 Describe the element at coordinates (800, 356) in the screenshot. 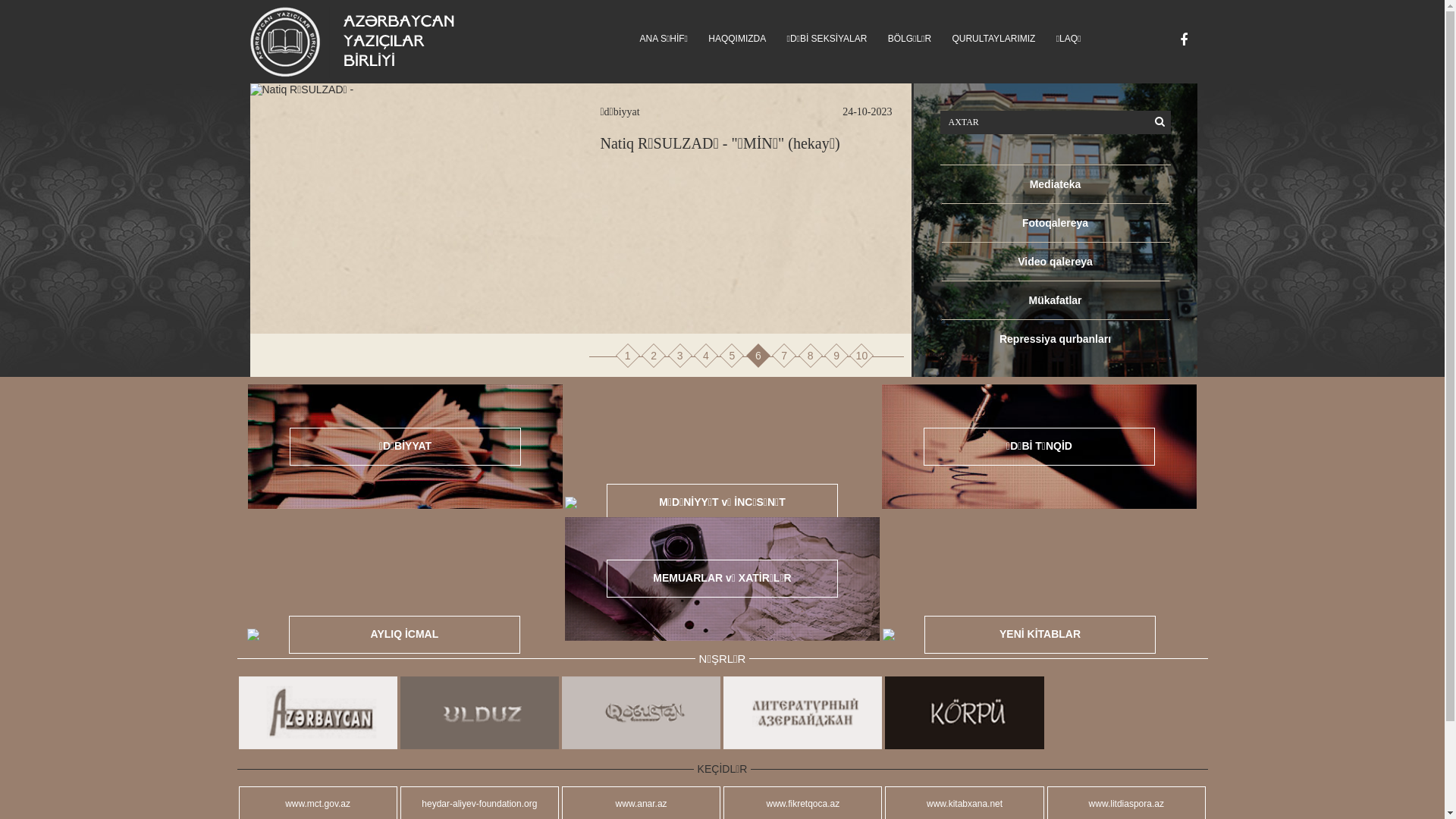

I see `'8'` at that location.